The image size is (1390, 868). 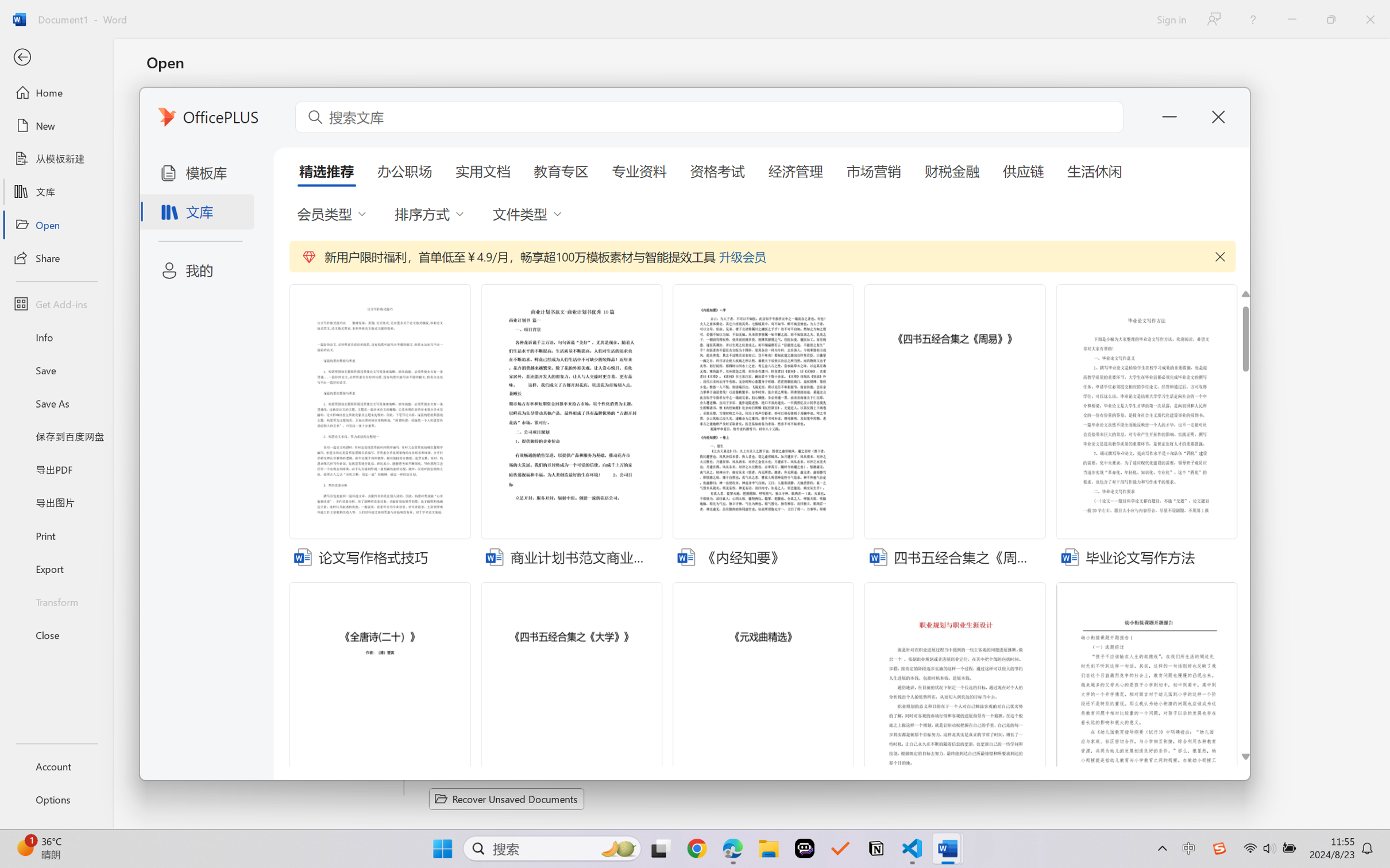 What do you see at coordinates (1068, 555) in the screenshot?
I see `'Class: ___510cvc0 f64fuq3 fjamq6b f11u7vat'` at bounding box center [1068, 555].